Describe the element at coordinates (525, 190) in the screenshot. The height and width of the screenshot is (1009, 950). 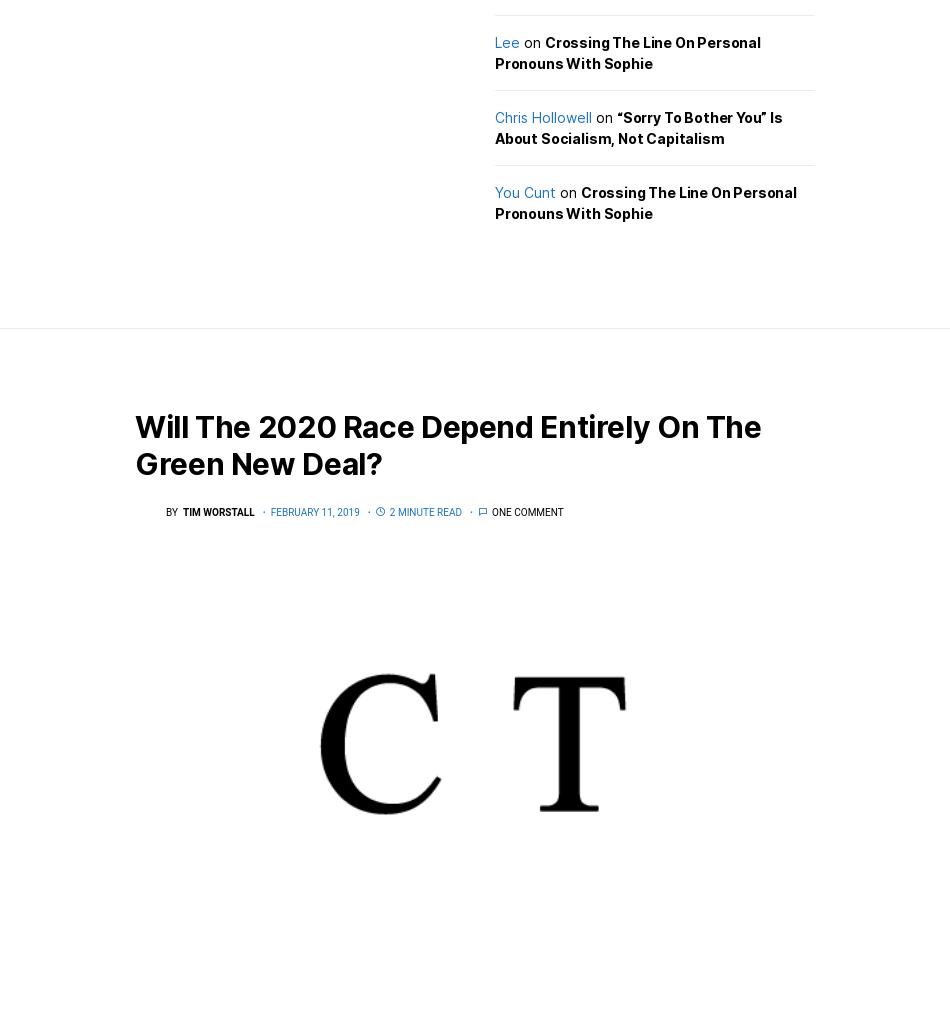
I see `'You Cunt'` at that location.